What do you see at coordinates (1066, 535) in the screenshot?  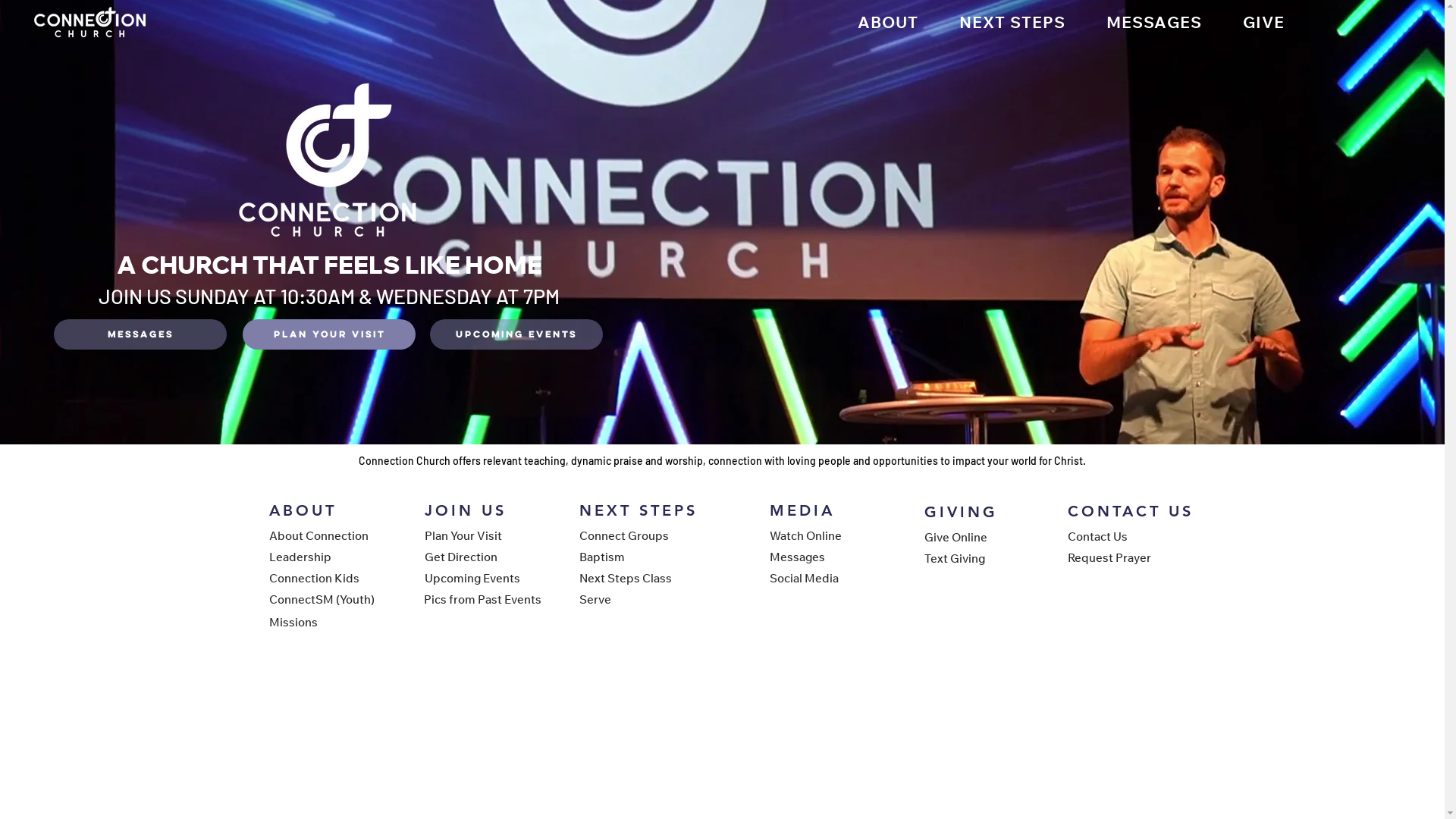 I see `'Contact Us'` at bounding box center [1066, 535].